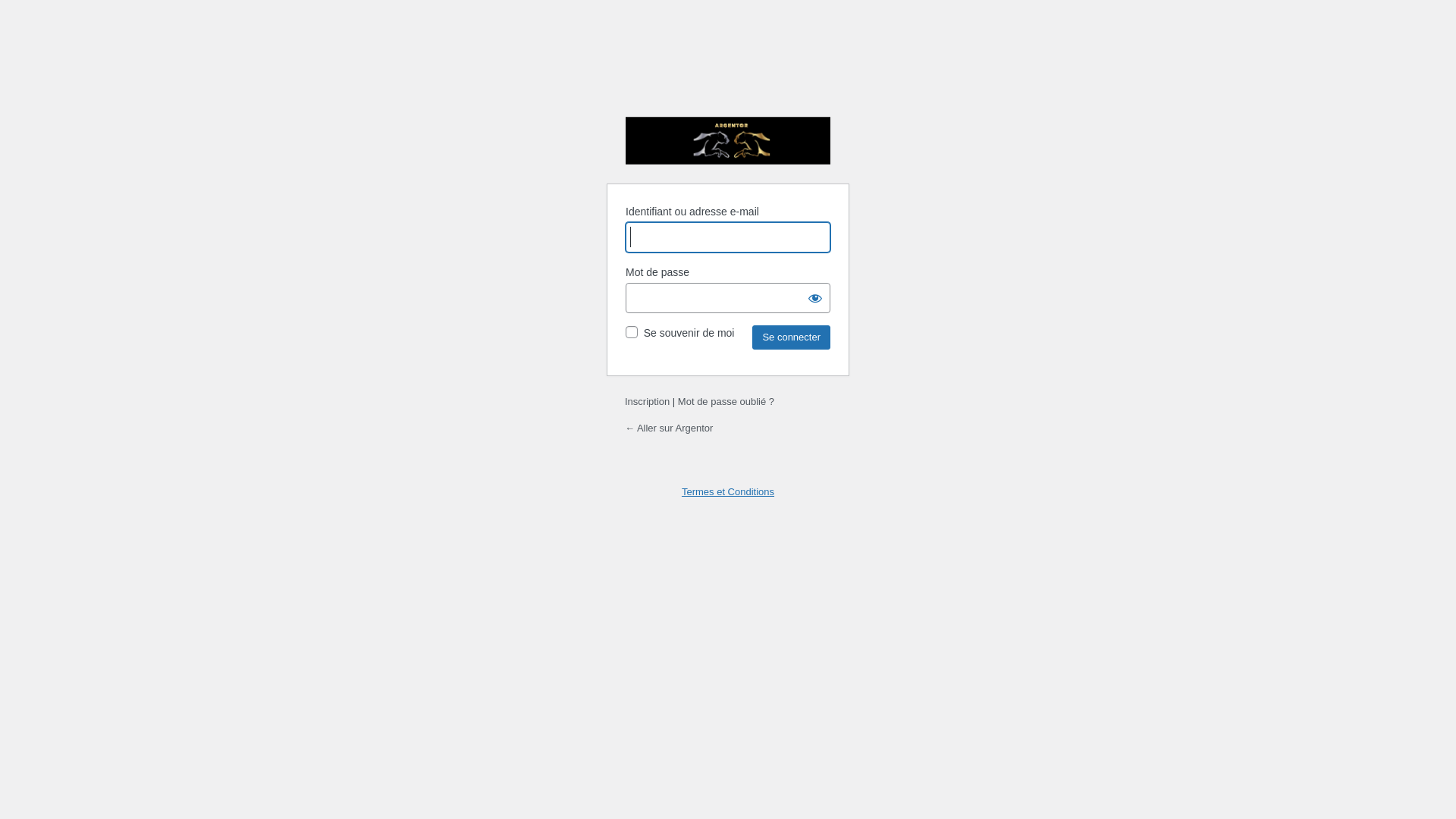  Describe the element at coordinates (728, 491) in the screenshot. I see `'Termes et Conditions'` at that location.